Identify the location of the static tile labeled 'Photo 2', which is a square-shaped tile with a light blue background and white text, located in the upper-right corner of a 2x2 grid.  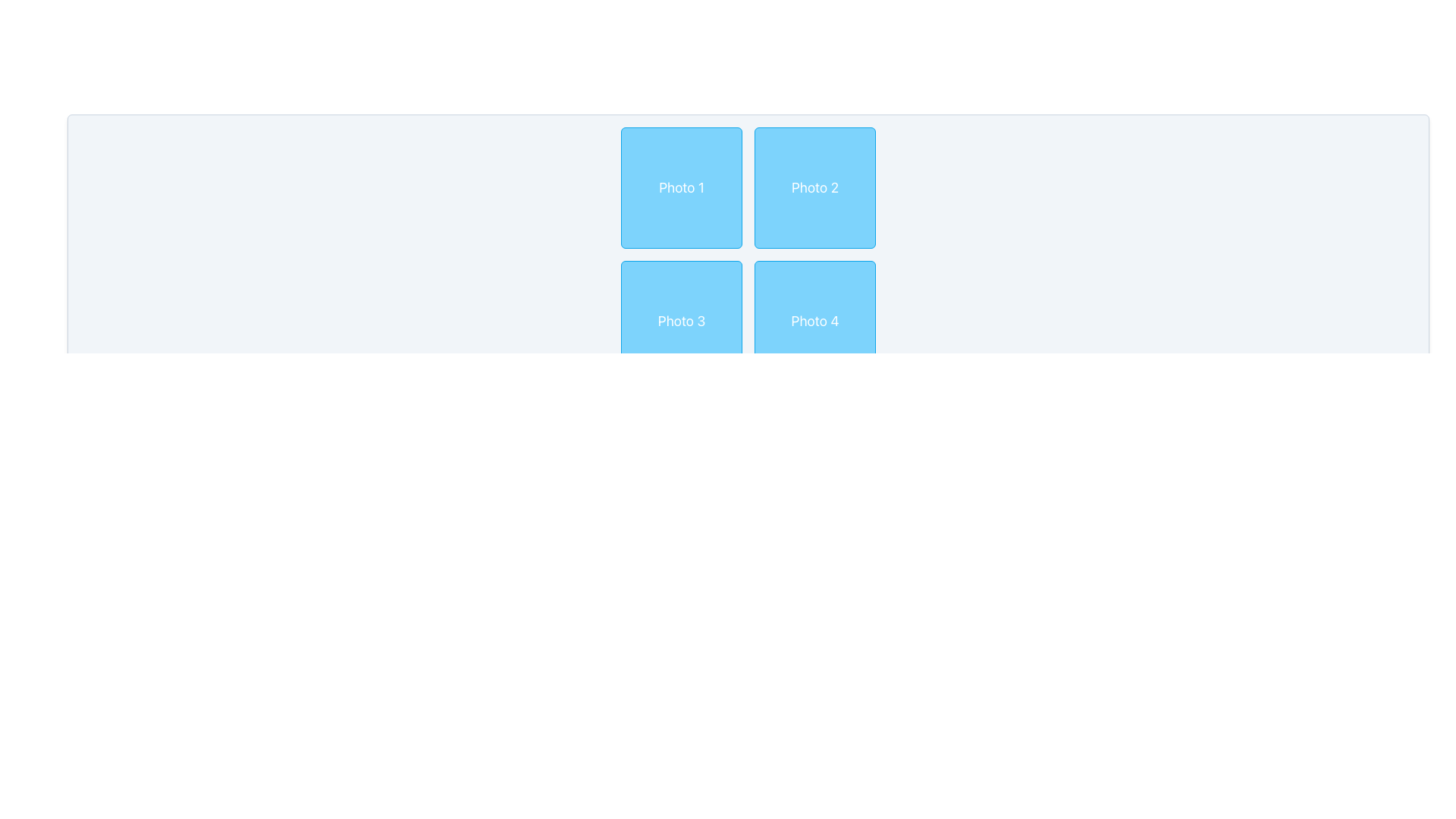
(814, 187).